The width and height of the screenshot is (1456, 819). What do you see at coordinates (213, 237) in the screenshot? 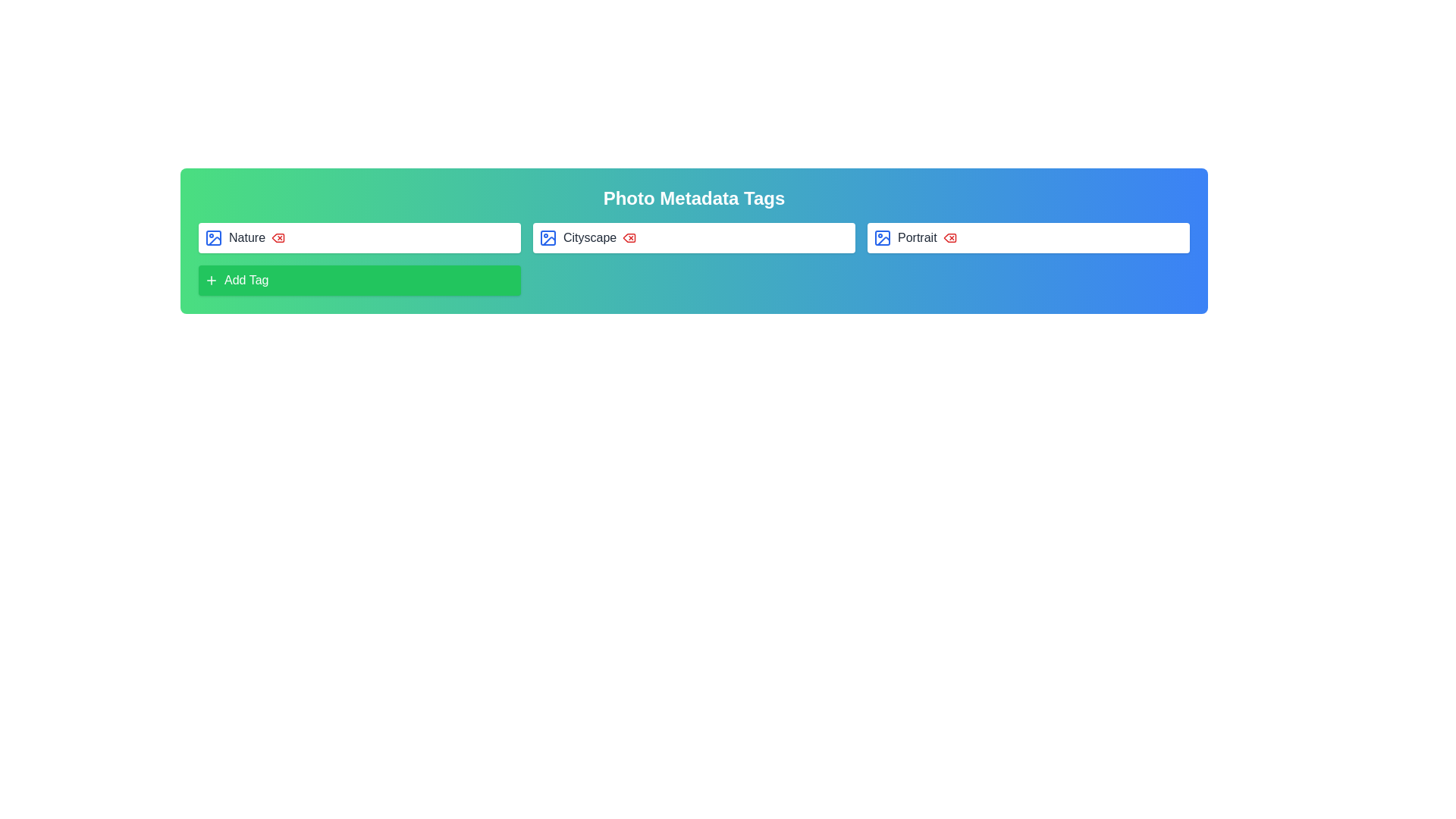
I see `the square-shaped icon with a blue outline, containing a smaller circle and a line inside, located to the left of the 'Nature' label in the metadata section` at bounding box center [213, 237].